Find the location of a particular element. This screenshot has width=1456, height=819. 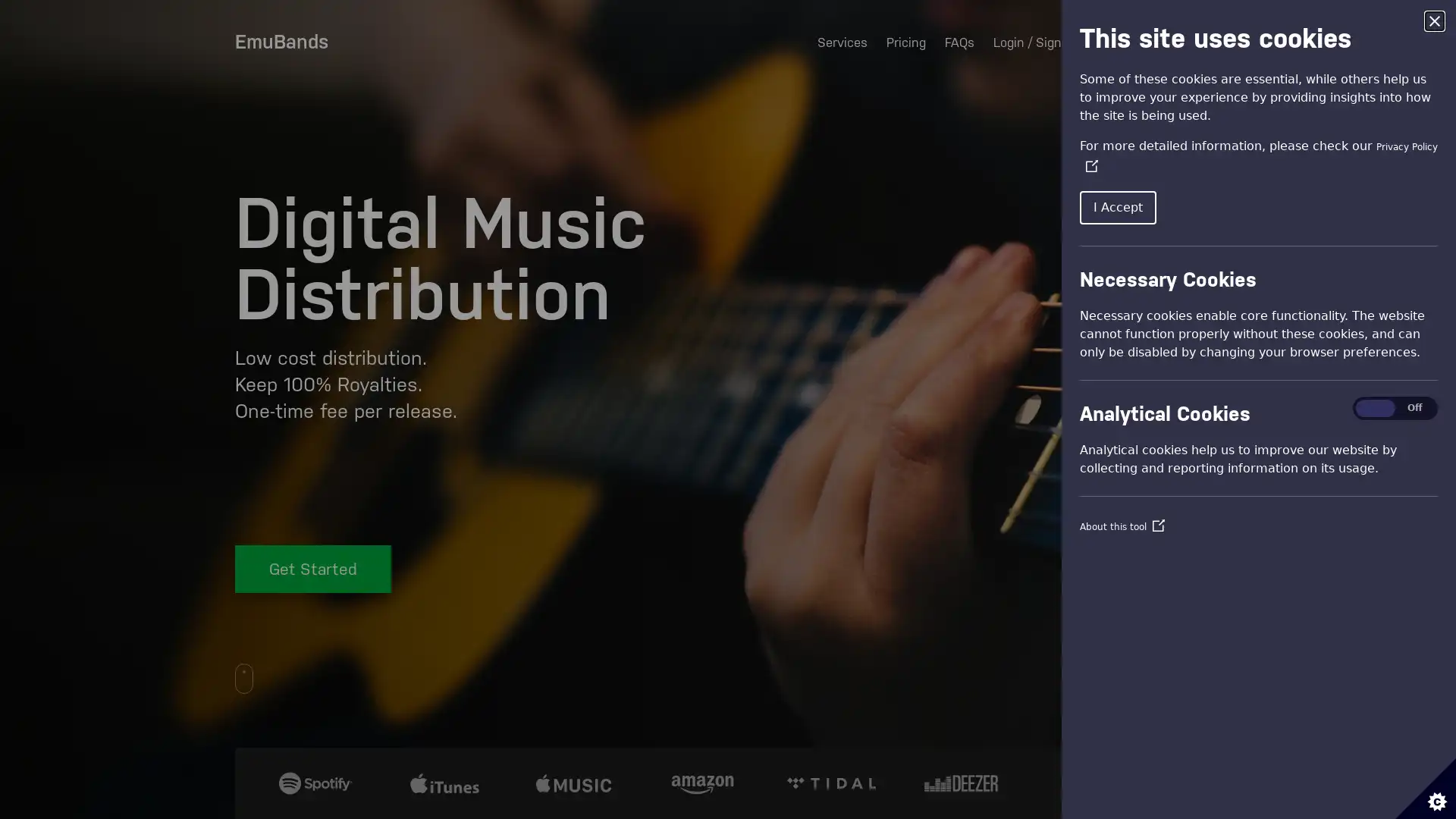

Close is located at coordinates (1433, 20).